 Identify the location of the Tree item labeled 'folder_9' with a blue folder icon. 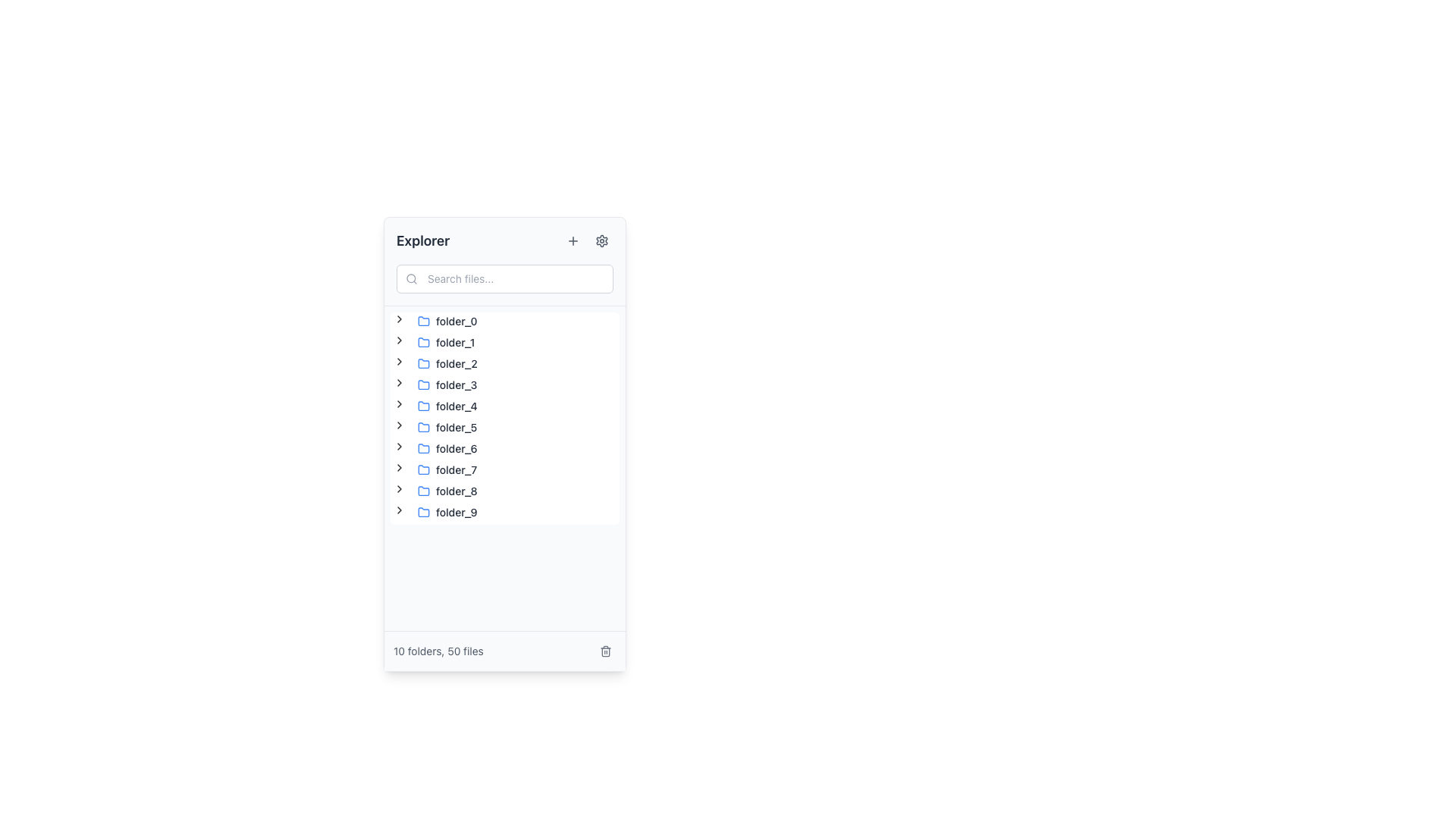
(447, 512).